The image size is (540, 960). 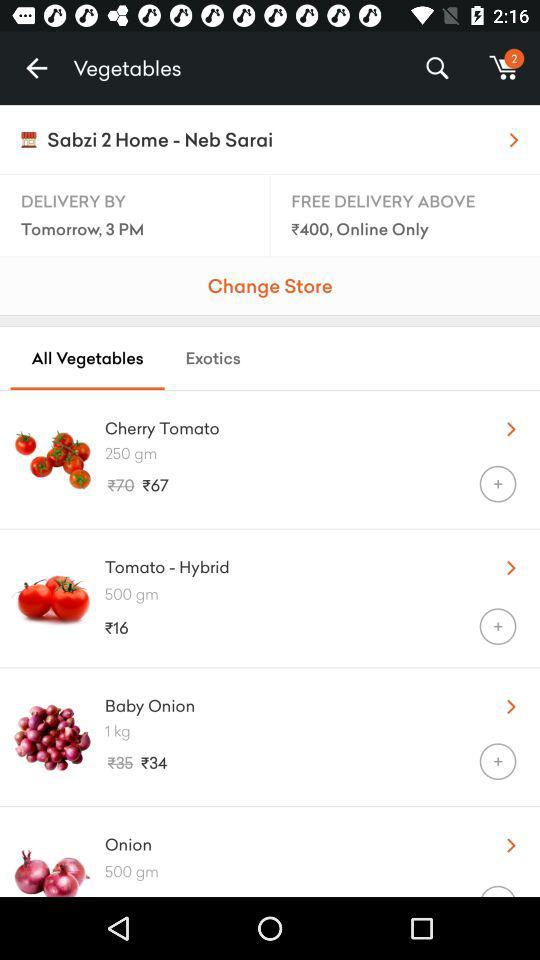 I want to click on item to the left of + icon, so click(x=268, y=626).